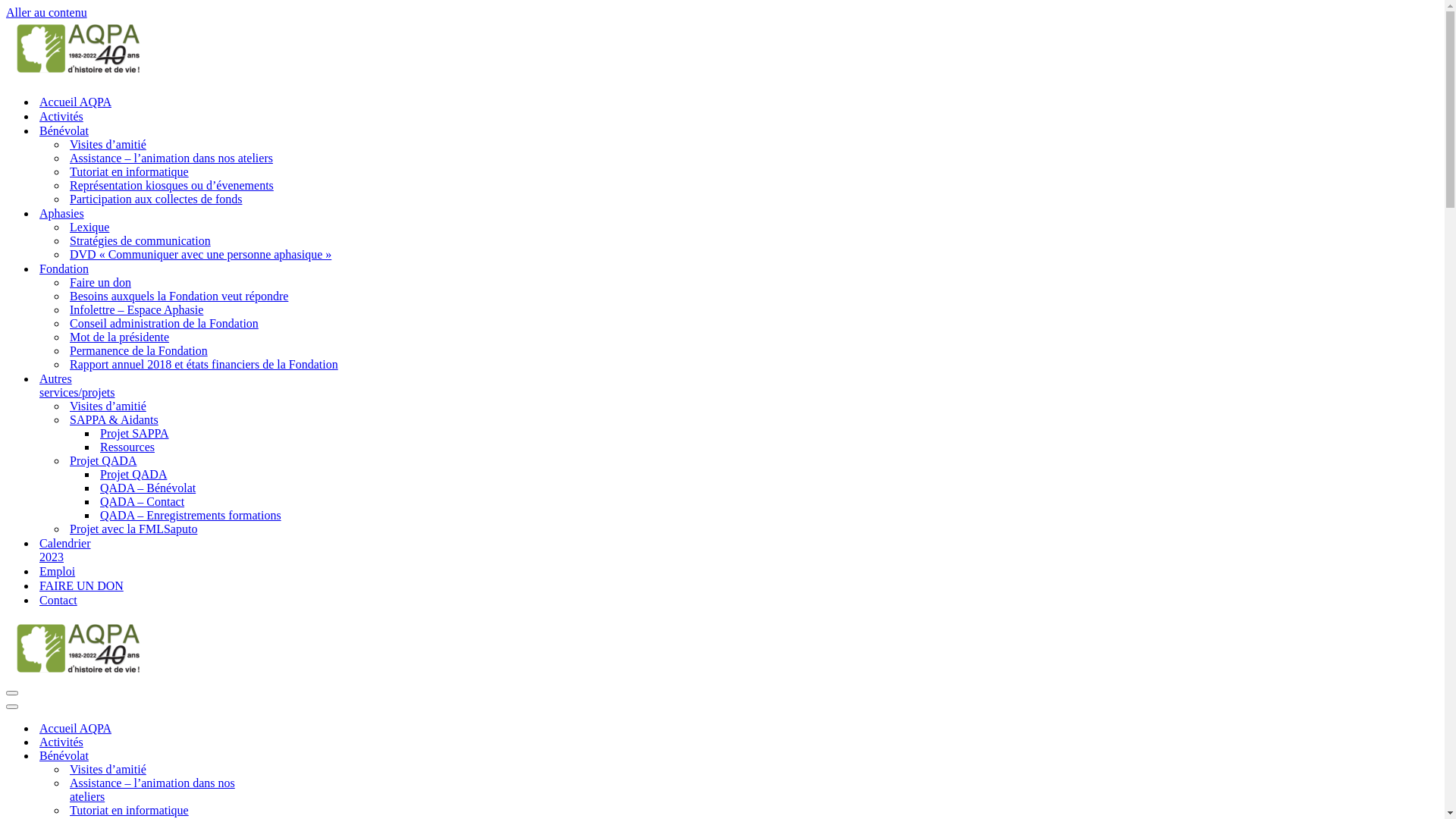 This screenshot has width=1456, height=819. Describe the element at coordinates (6, 707) in the screenshot. I see `'Menu de navigation'` at that location.